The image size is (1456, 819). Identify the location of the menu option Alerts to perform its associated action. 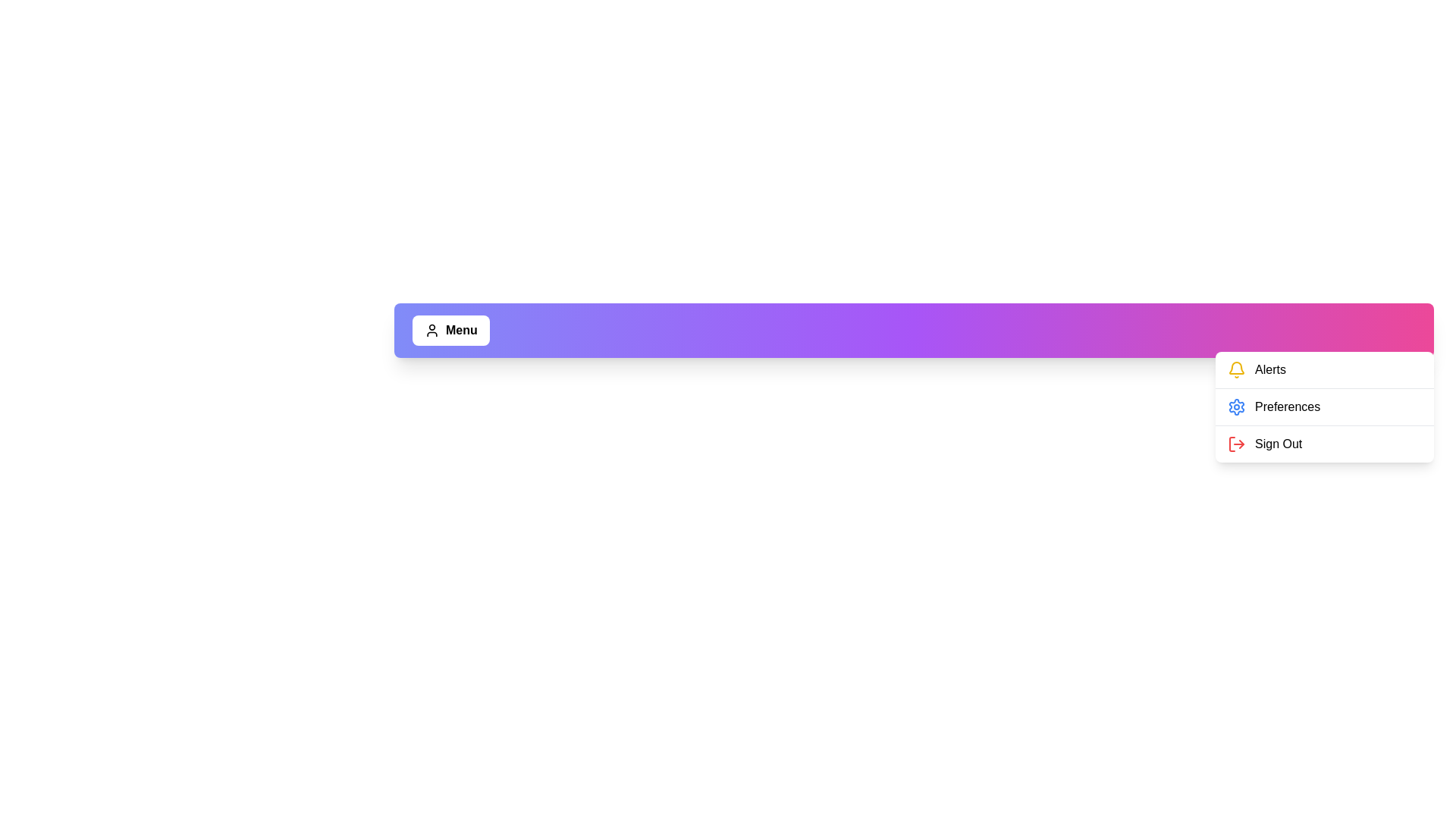
(1232, 370).